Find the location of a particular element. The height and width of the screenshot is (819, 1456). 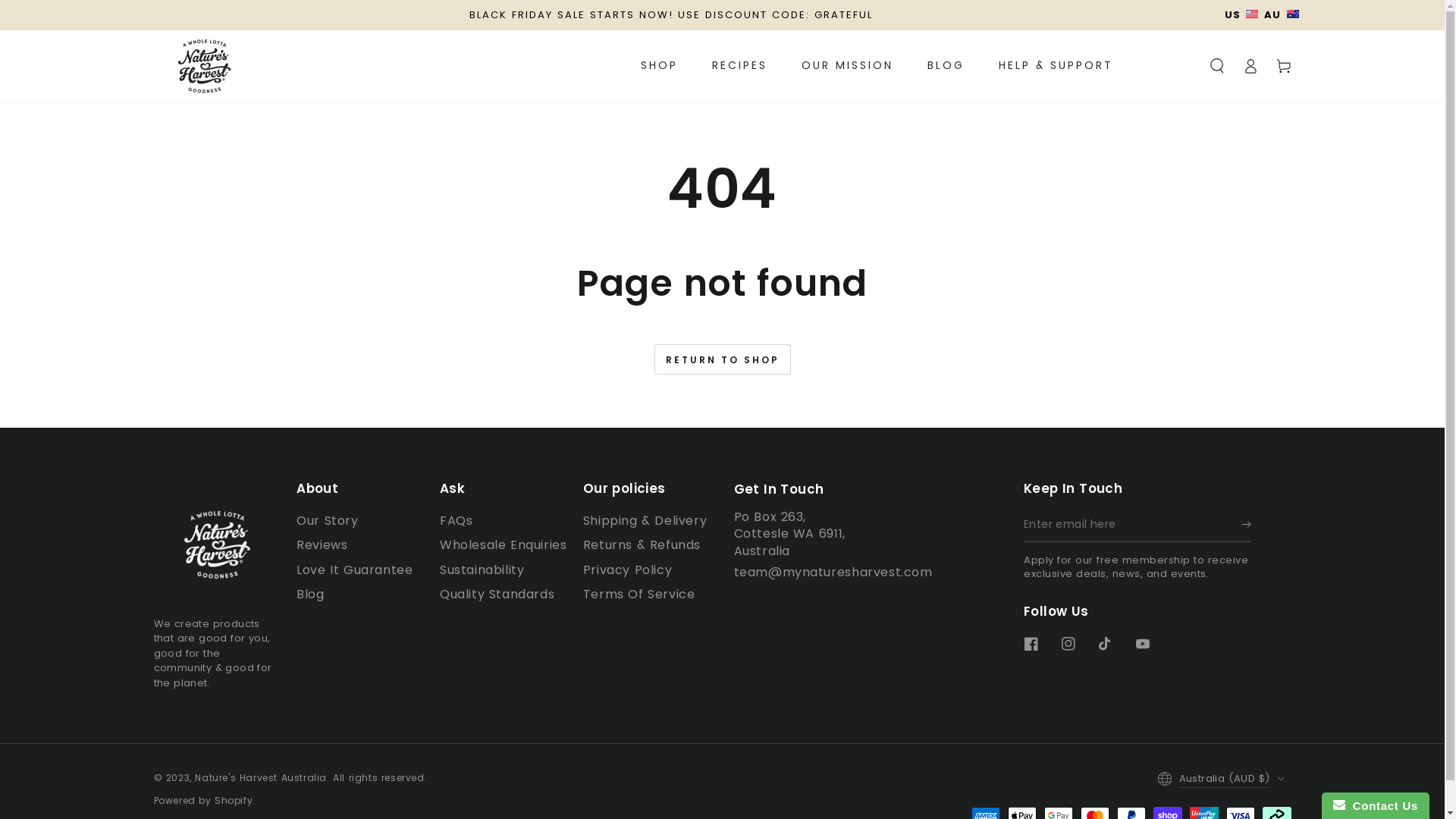

'BLOG' is located at coordinates (945, 64).